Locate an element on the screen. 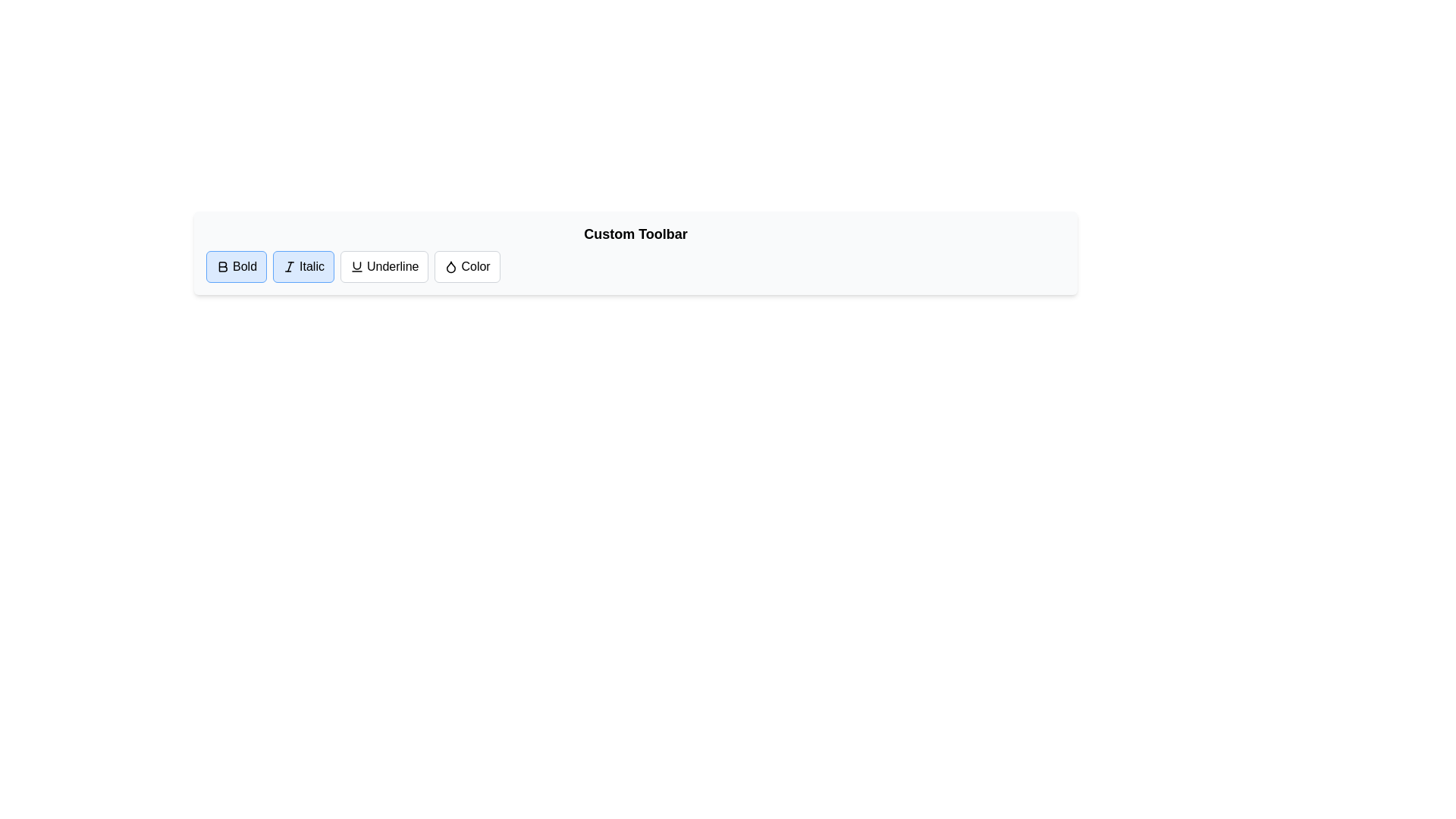  the 'Italic' text label, which is located inside the second button of the toolbar, positioned between the 'Bold' and 'Underline' buttons is located at coordinates (311, 265).